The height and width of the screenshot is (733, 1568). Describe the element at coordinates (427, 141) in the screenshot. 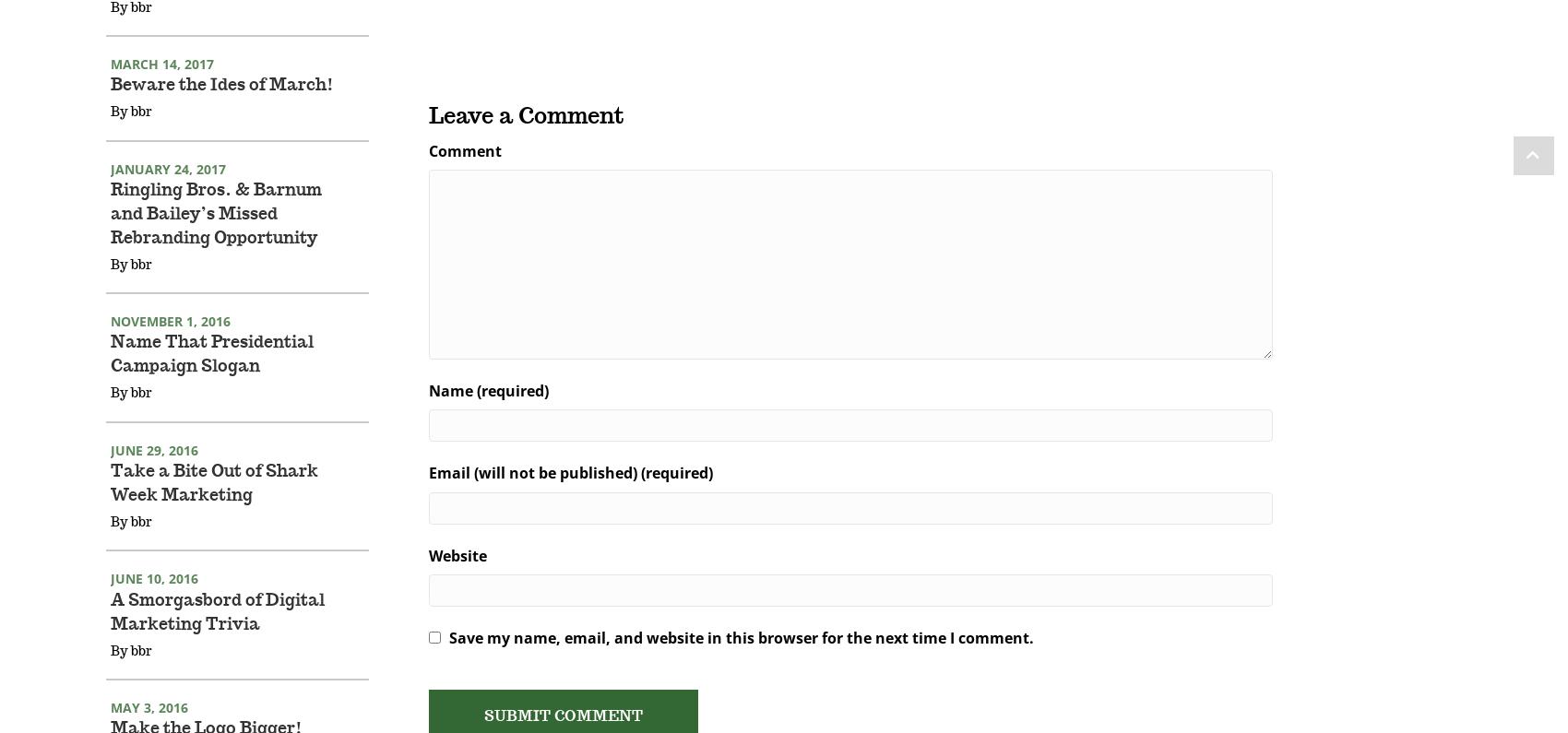

I see `'Leave a Comment'` at that location.